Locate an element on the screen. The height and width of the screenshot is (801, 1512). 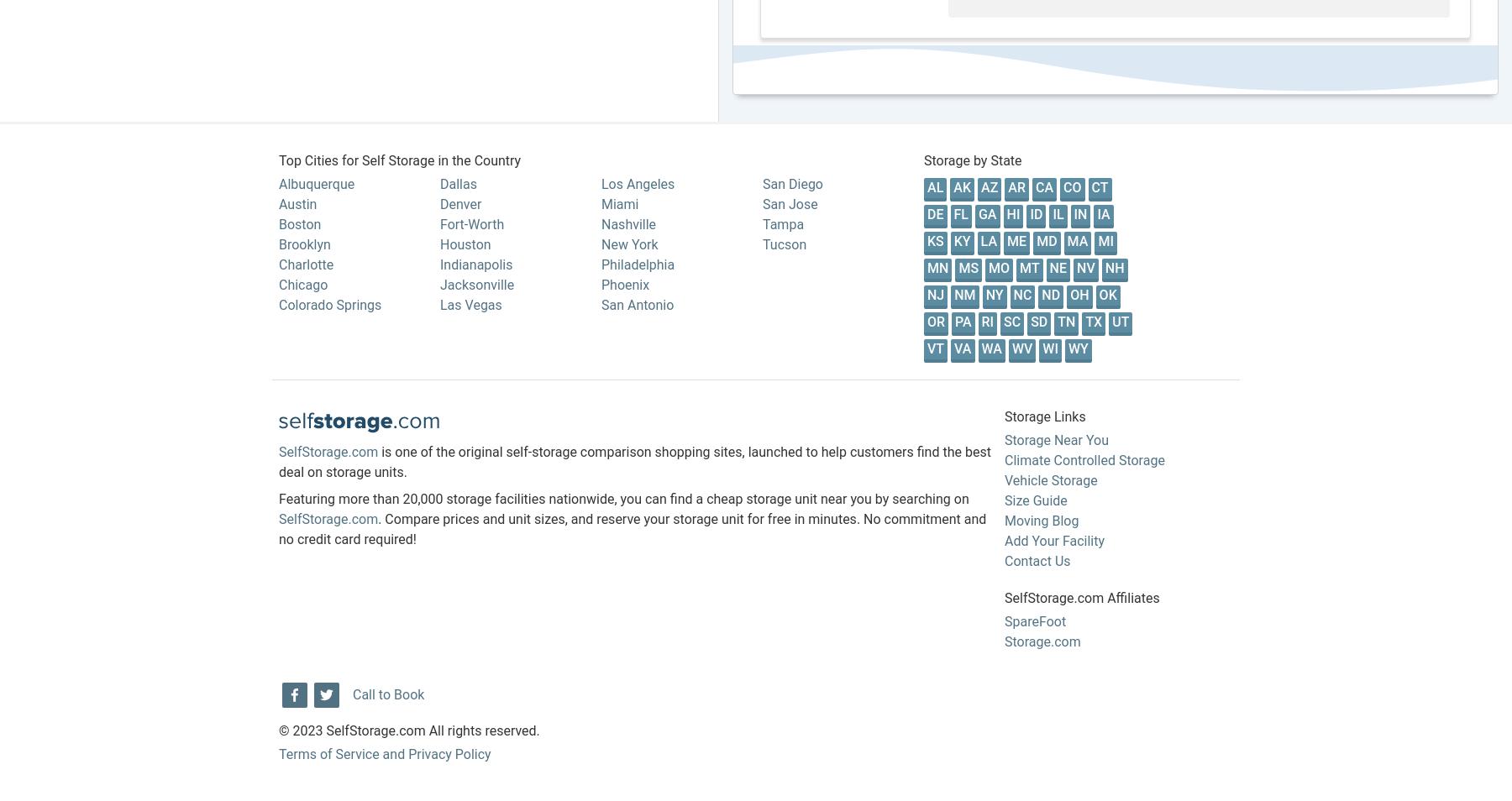
'Dallas' is located at coordinates (457, 182).